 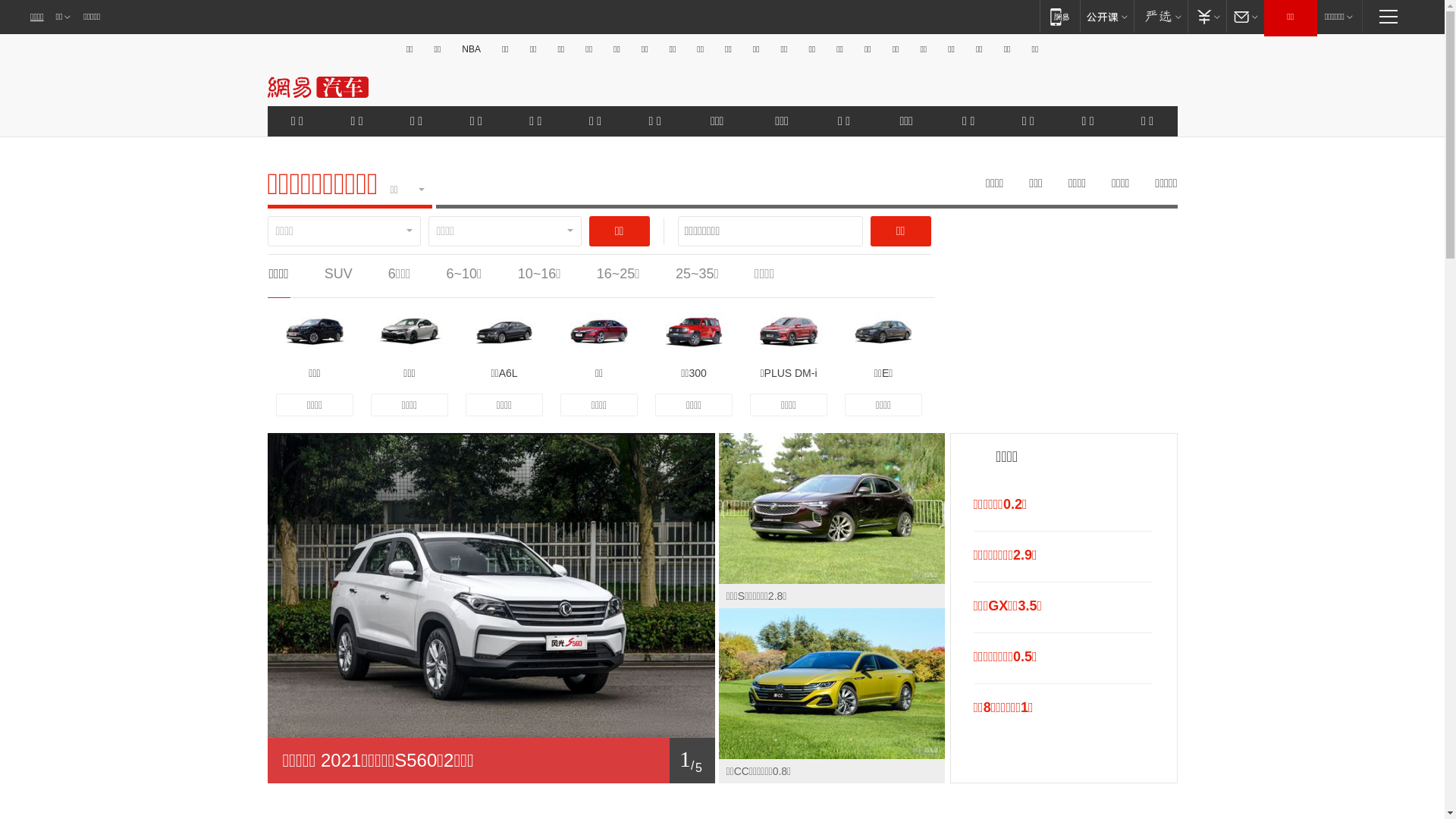 I want to click on 'NBA', so click(x=470, y=49).